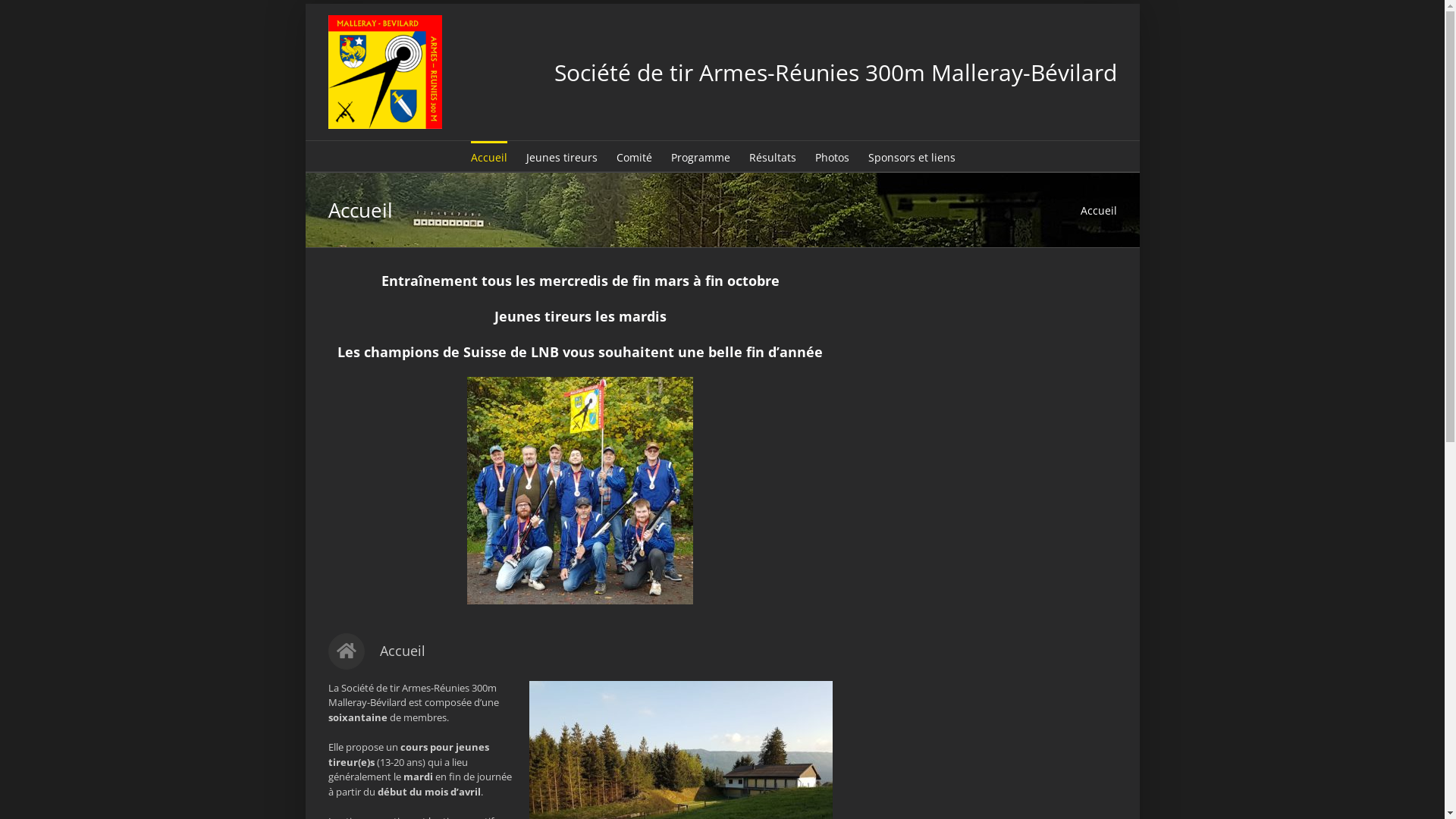  What do you see at coordinates (830, 155) in the screenshot?
I see `'Photos'` at bounding box center [830, 155].